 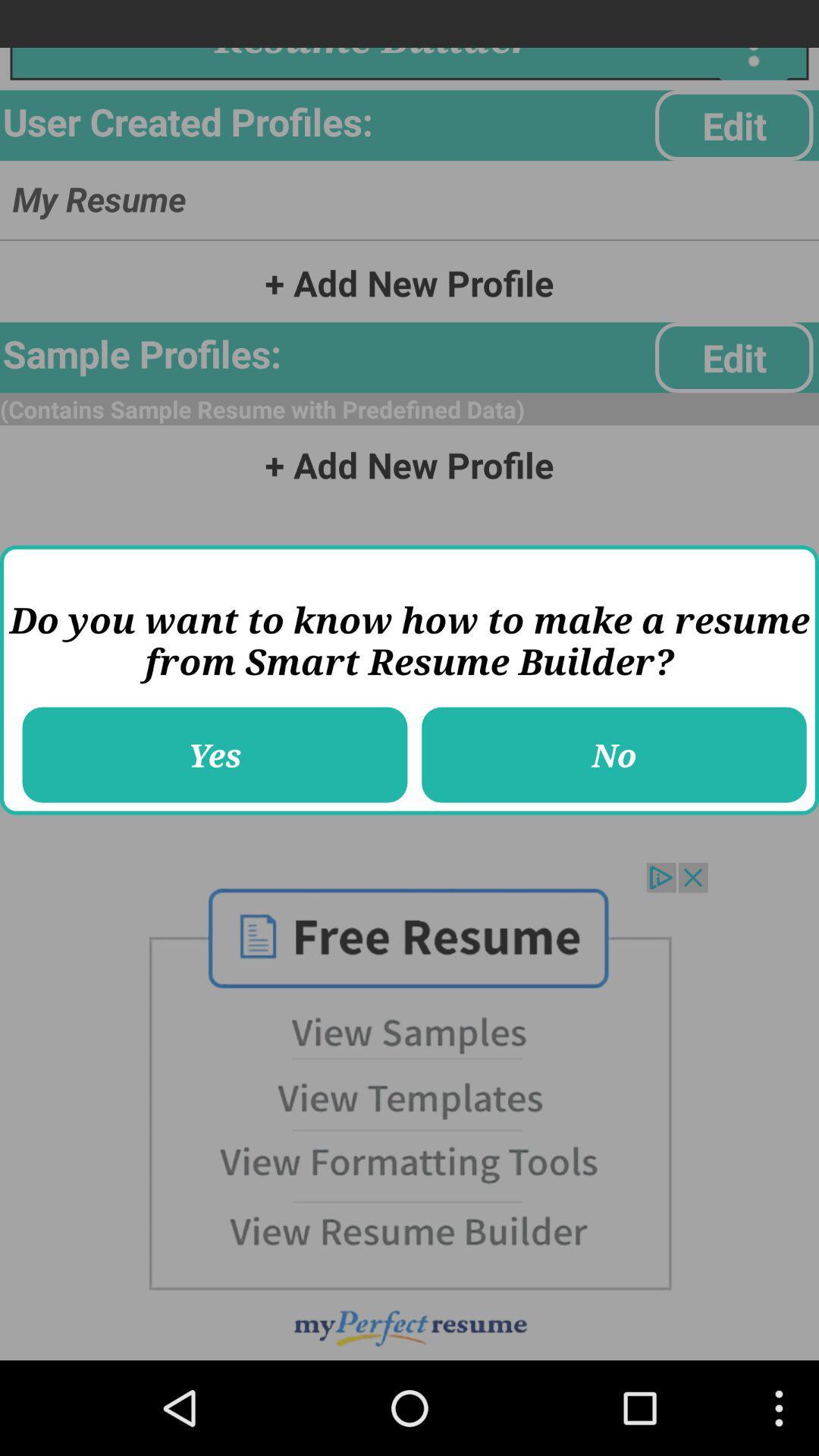 What do you see at coordinates (614, 755) in the screenshot?
I see `the no` at bounding box center [614, 755].